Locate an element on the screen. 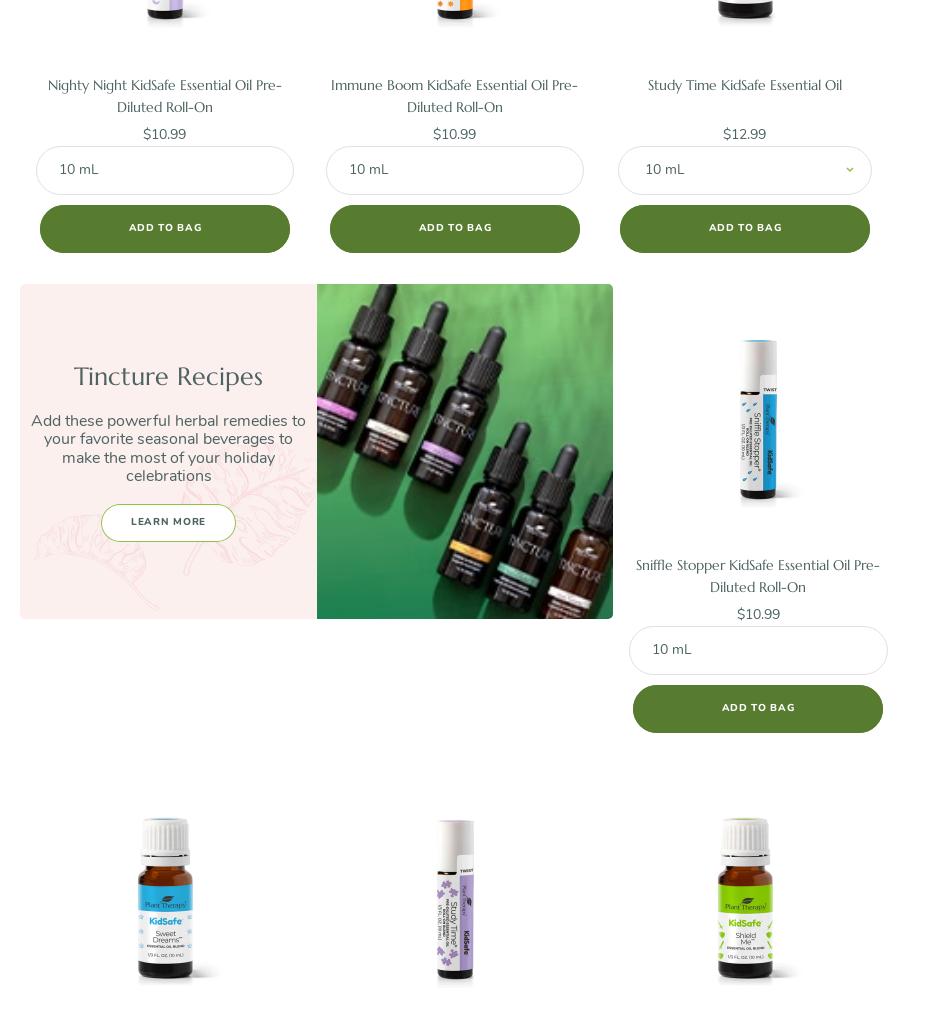 This screenshot has width=950, height=1026. '10 mL
$12.99' is located at coordinates (743, 210).